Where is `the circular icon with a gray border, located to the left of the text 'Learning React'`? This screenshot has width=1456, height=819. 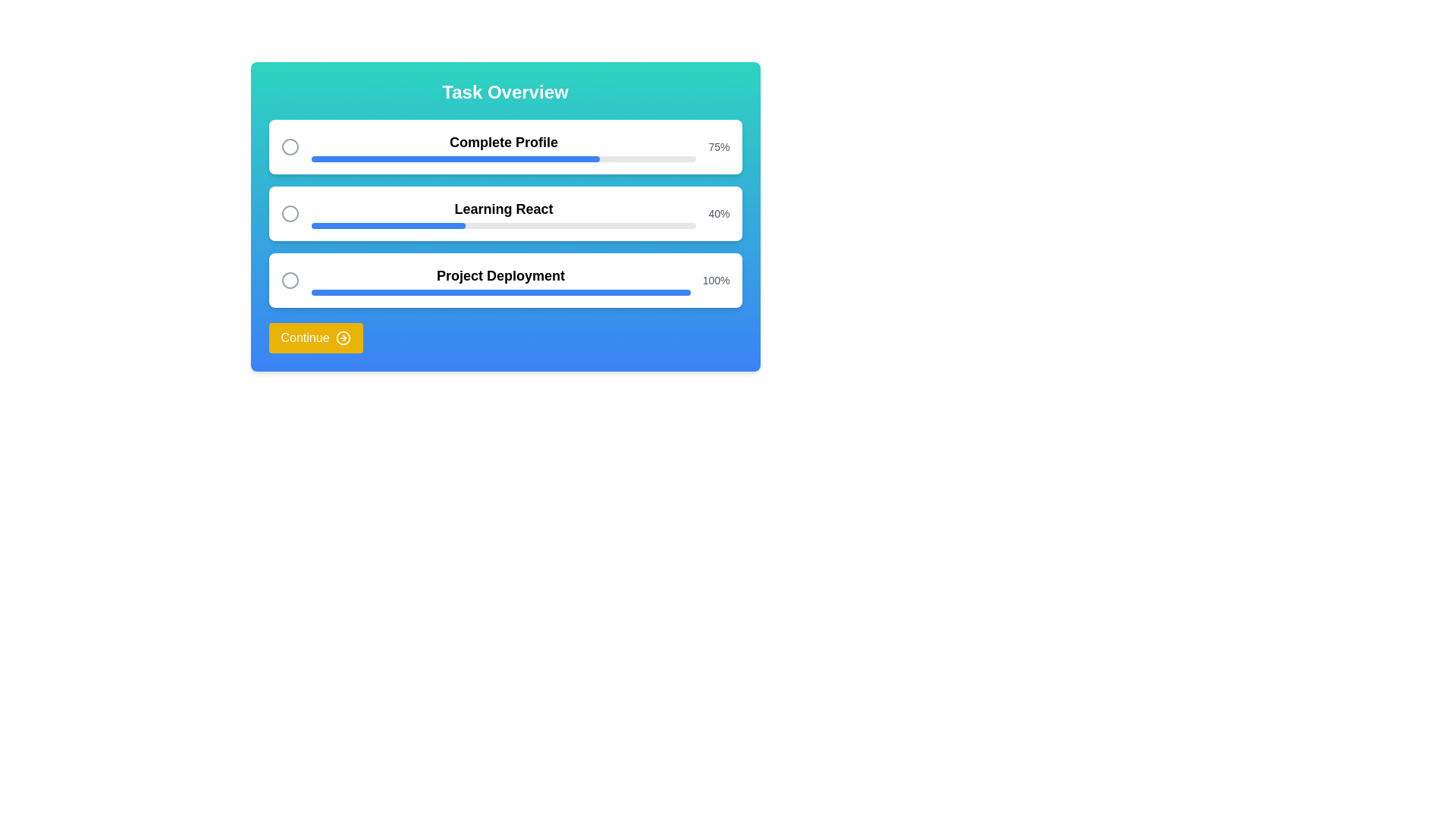 the circular icon with a gray border, located to the left of the text 'Learning React' is located at coordinates (290, 213).